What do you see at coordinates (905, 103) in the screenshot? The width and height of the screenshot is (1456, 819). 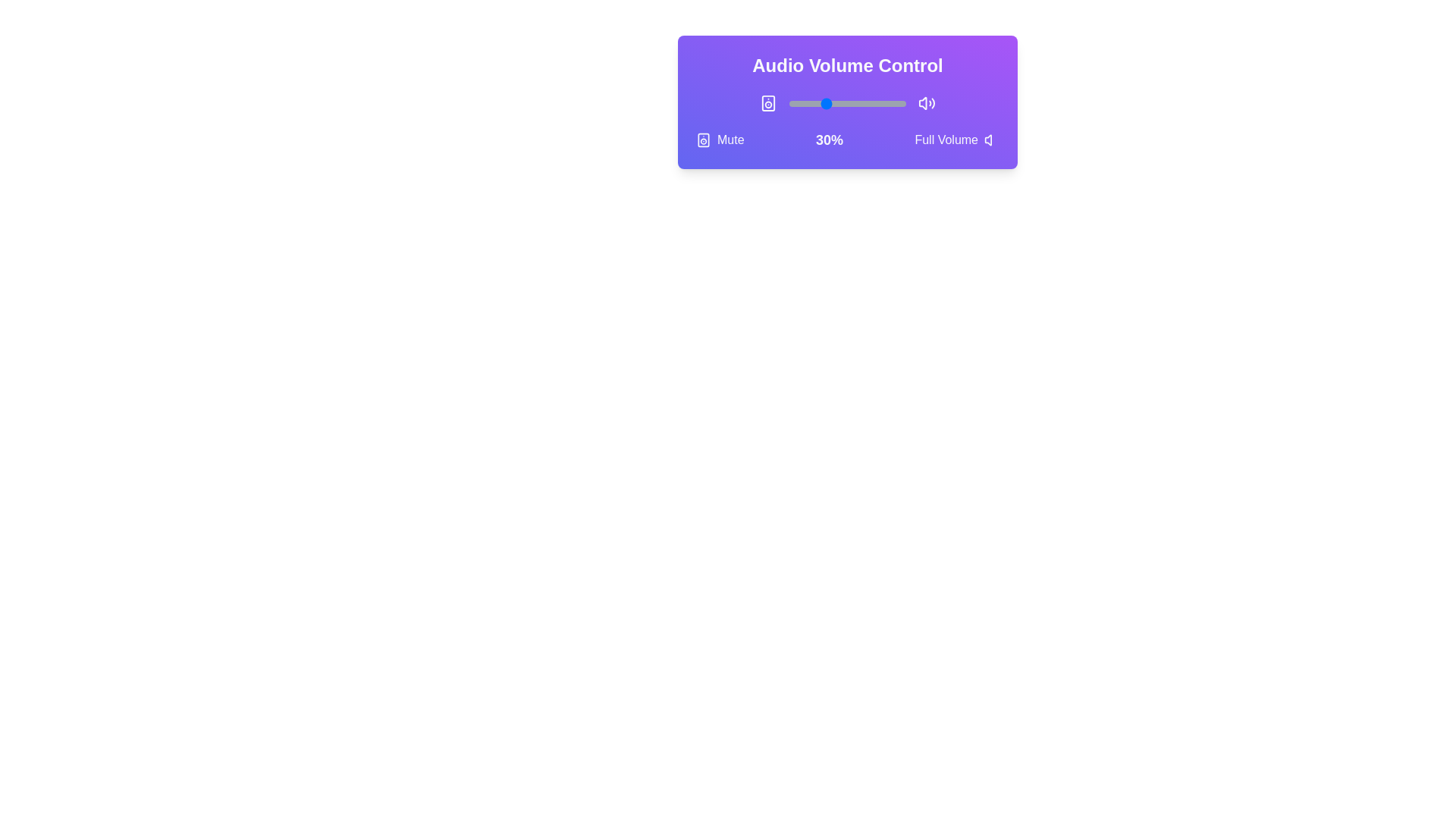 I see `the slider at the maximum endpoint to set the volume to full` at bounding box center [905, 103].